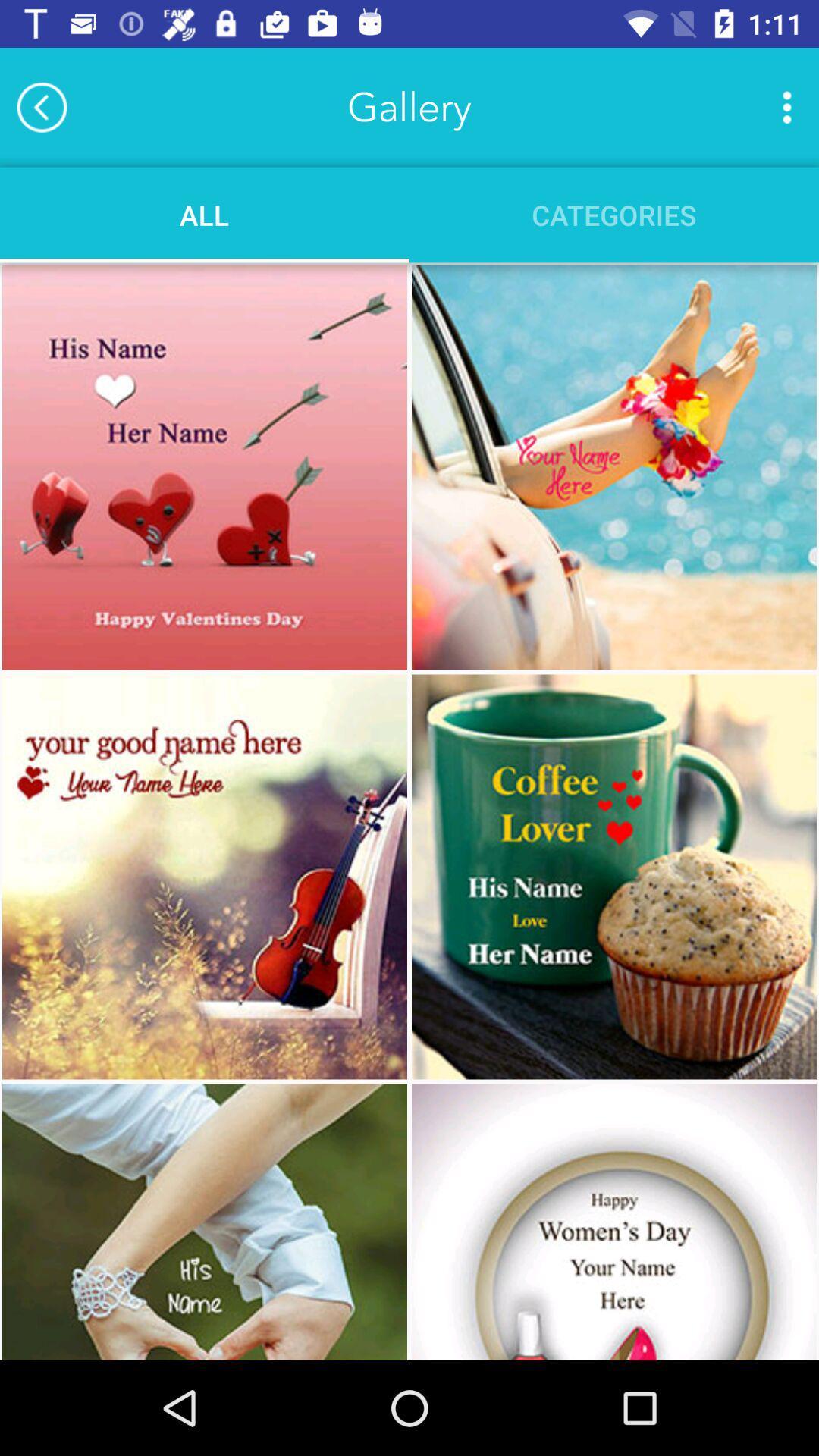 The image size is (819, 1456). Describe the element at coordinates (786, 106) in the screenshot. I see `icon to the right of the gallery app` at that location.